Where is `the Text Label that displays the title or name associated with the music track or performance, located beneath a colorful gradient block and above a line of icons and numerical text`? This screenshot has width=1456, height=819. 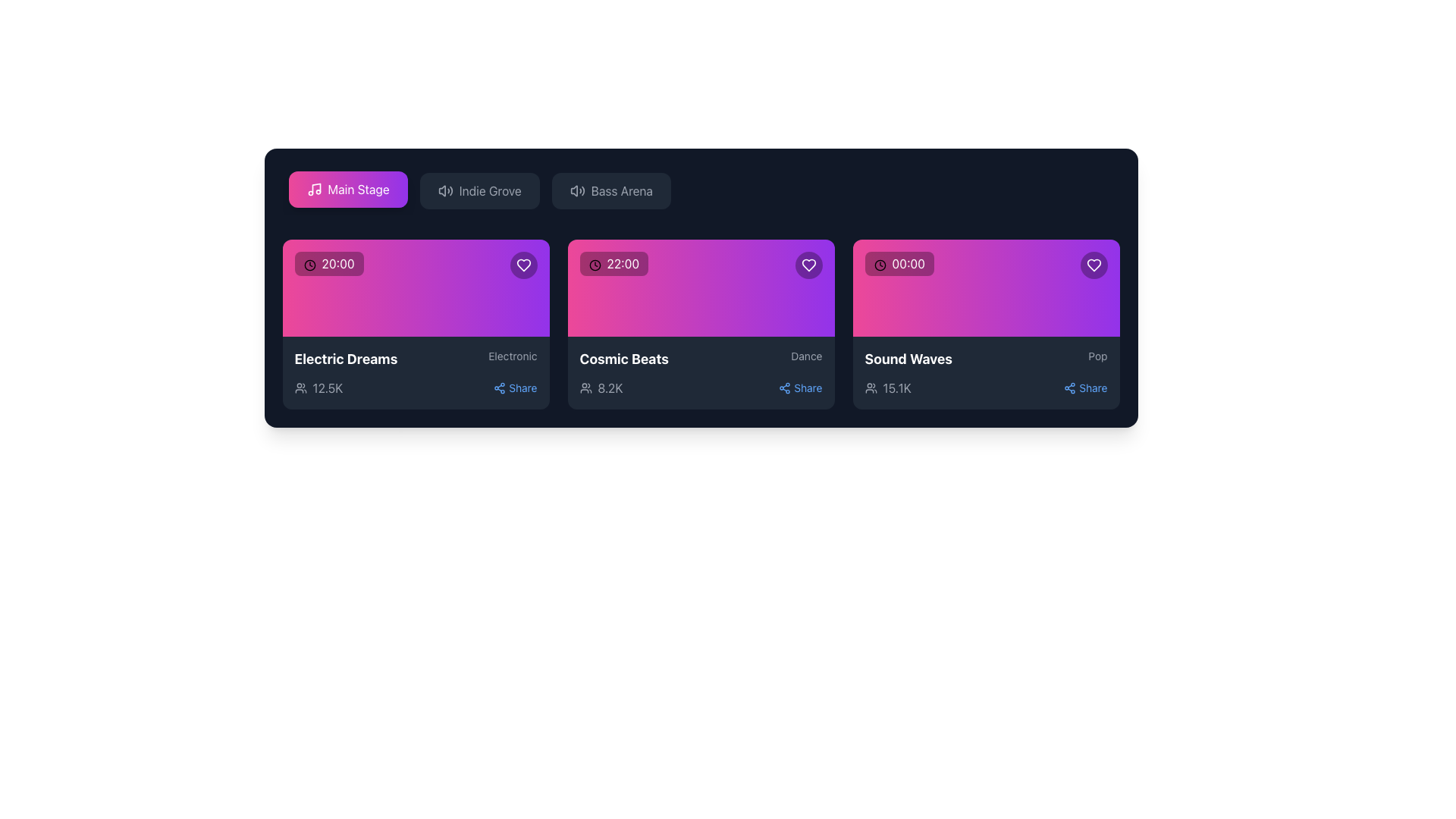 the Text Label that displays the title or name associated with the music track or performance, located beneath a colorful gradient block and above a line of icons and numerical text is located at coordinates (908, 359).